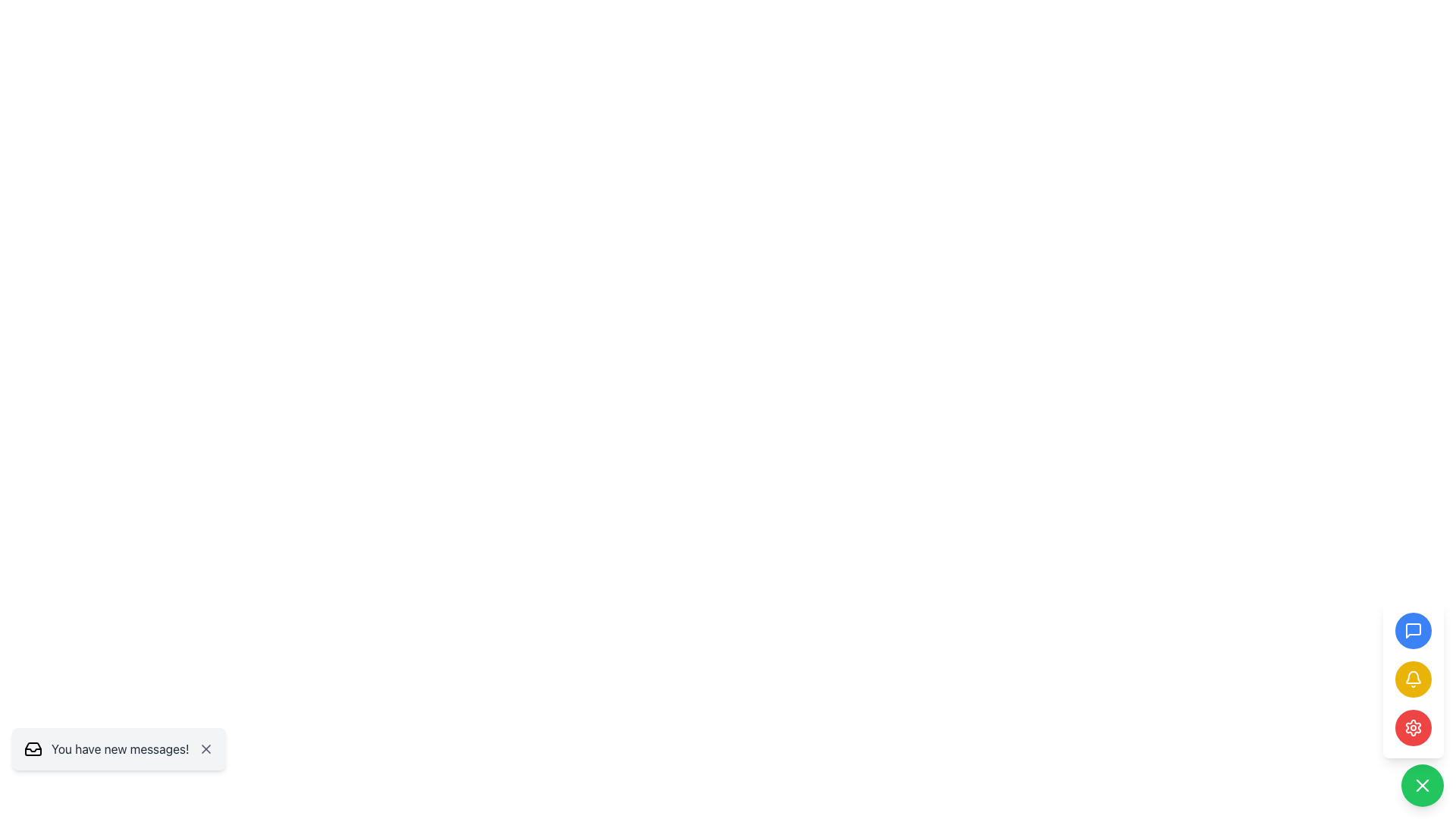  Describe the element at coordinates (1412, 678) in the screenshot. I see `the rounded yellow button with a white bell icon located between the blue speech bubble button above it and the red gear button below it` at that location.